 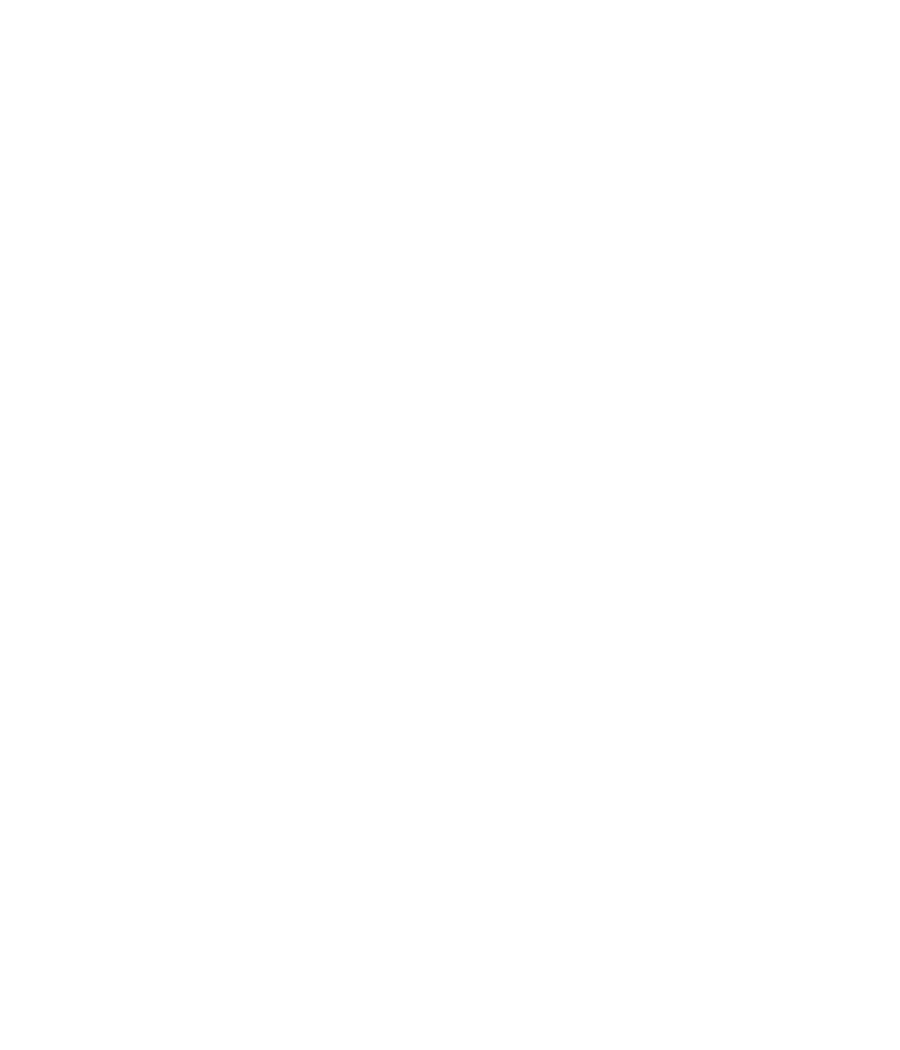 What do you see at coordinates (132, 559) in the screenshot?
I see `'Draper Cuts Ribbon on 100,000 Square Foot Addition'` at bounding box center [132, 559].